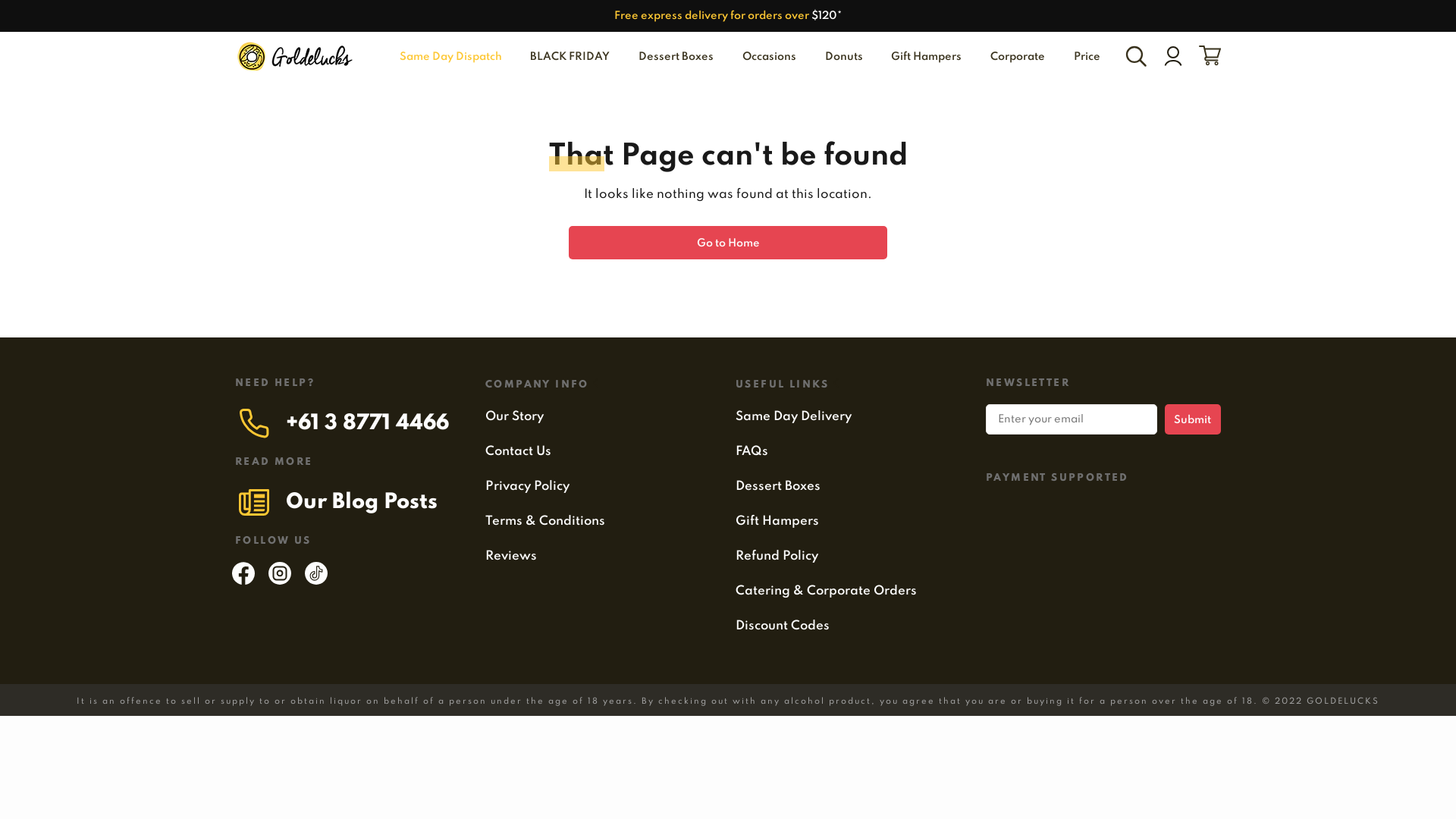 The height and width of the screenshot is (819, 1456). Describe the element at coordinates (825, 590) in the screenshot. I see `'Catering & Corporate Orders'` at that location.